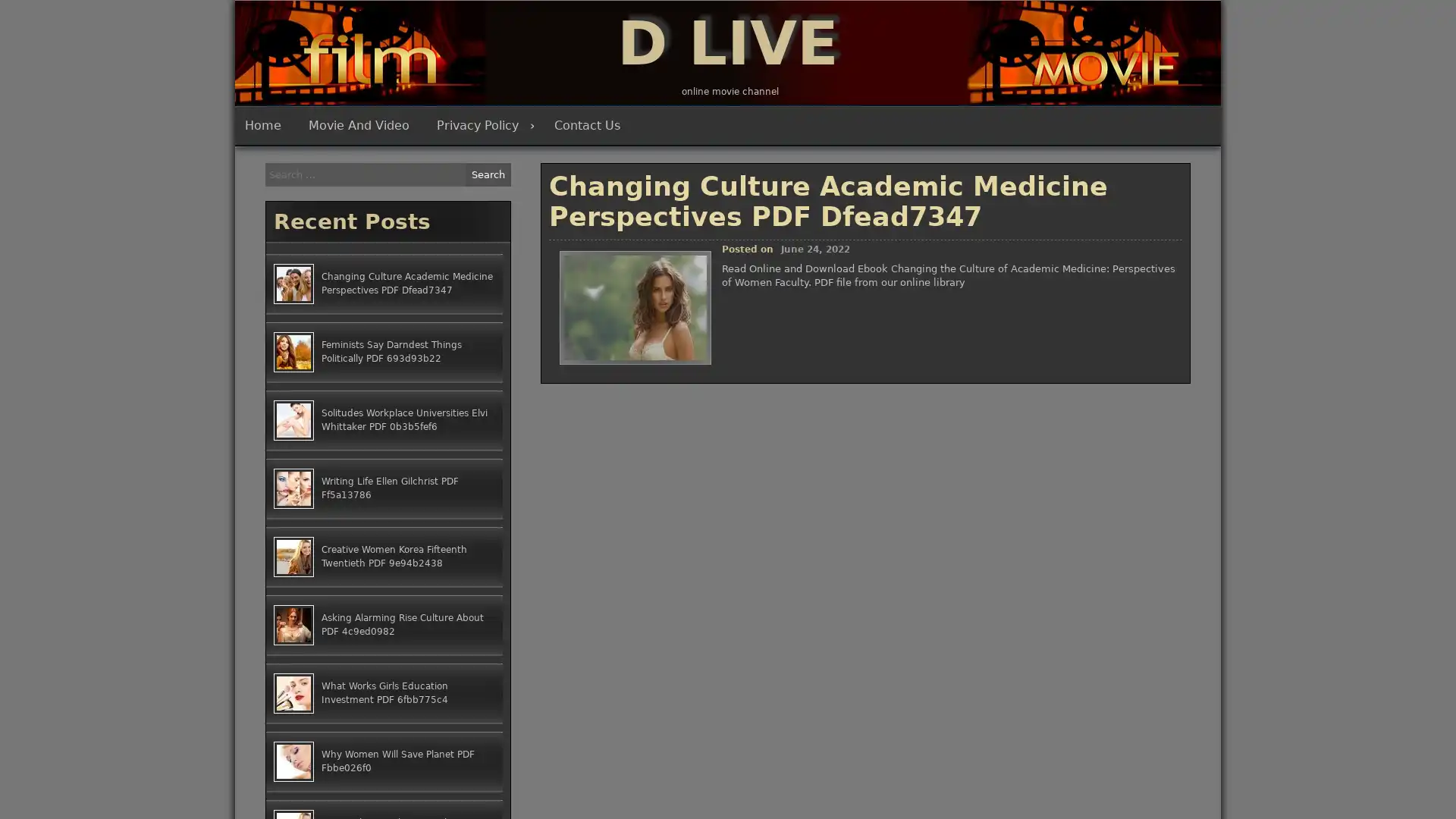 The width and height of the screenshot is (1456, 819). I want to click on Search, so click(488, 174).